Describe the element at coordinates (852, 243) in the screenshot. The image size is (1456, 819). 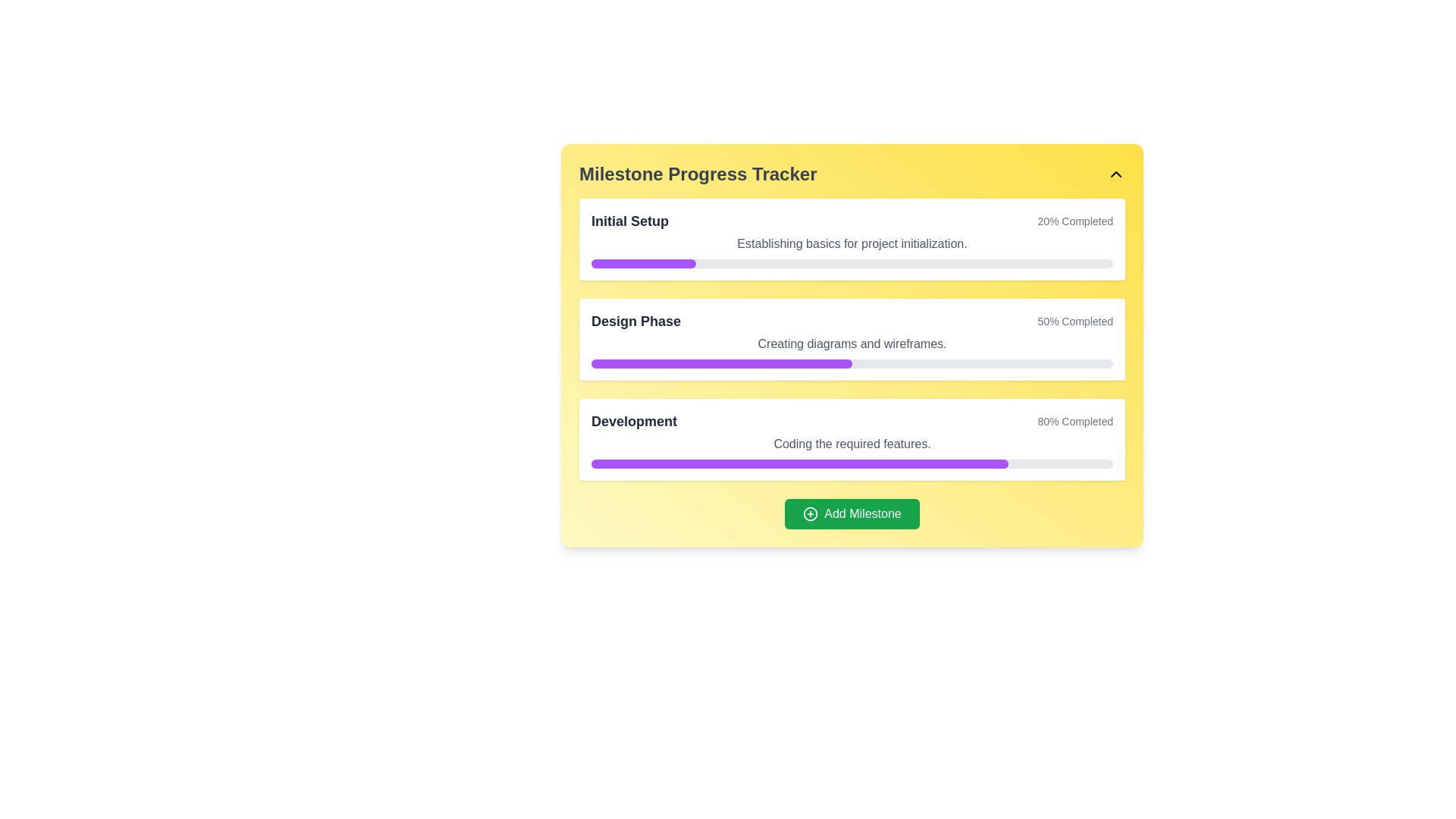
I see `the descriptive text block that informs the user about the current task or phase within the 'Initial Setup' stage of the project` at that location.